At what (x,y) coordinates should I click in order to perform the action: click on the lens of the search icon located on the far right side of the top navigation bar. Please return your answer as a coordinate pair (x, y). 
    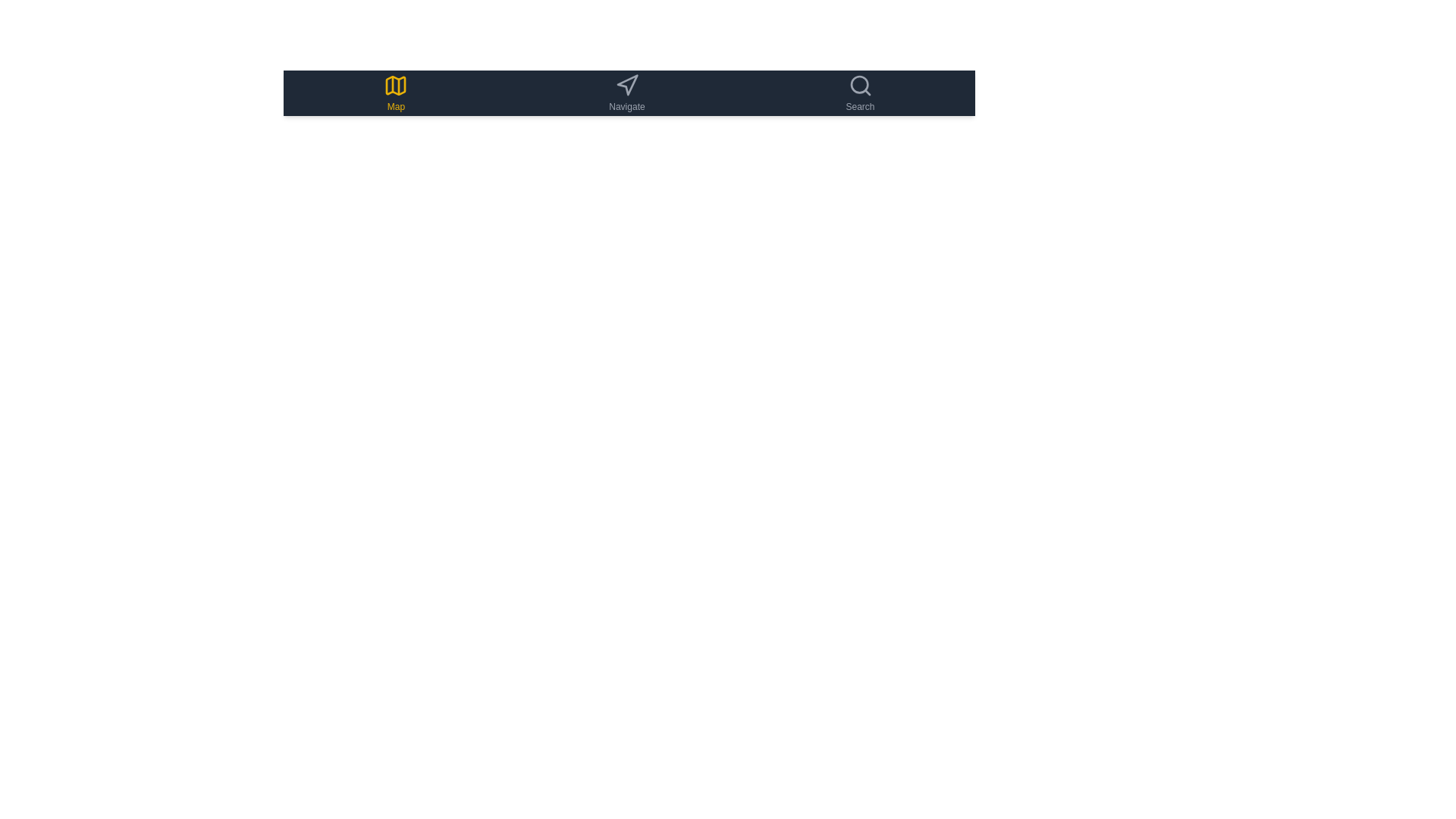
    Looking at the image, I should click on (859, 84).